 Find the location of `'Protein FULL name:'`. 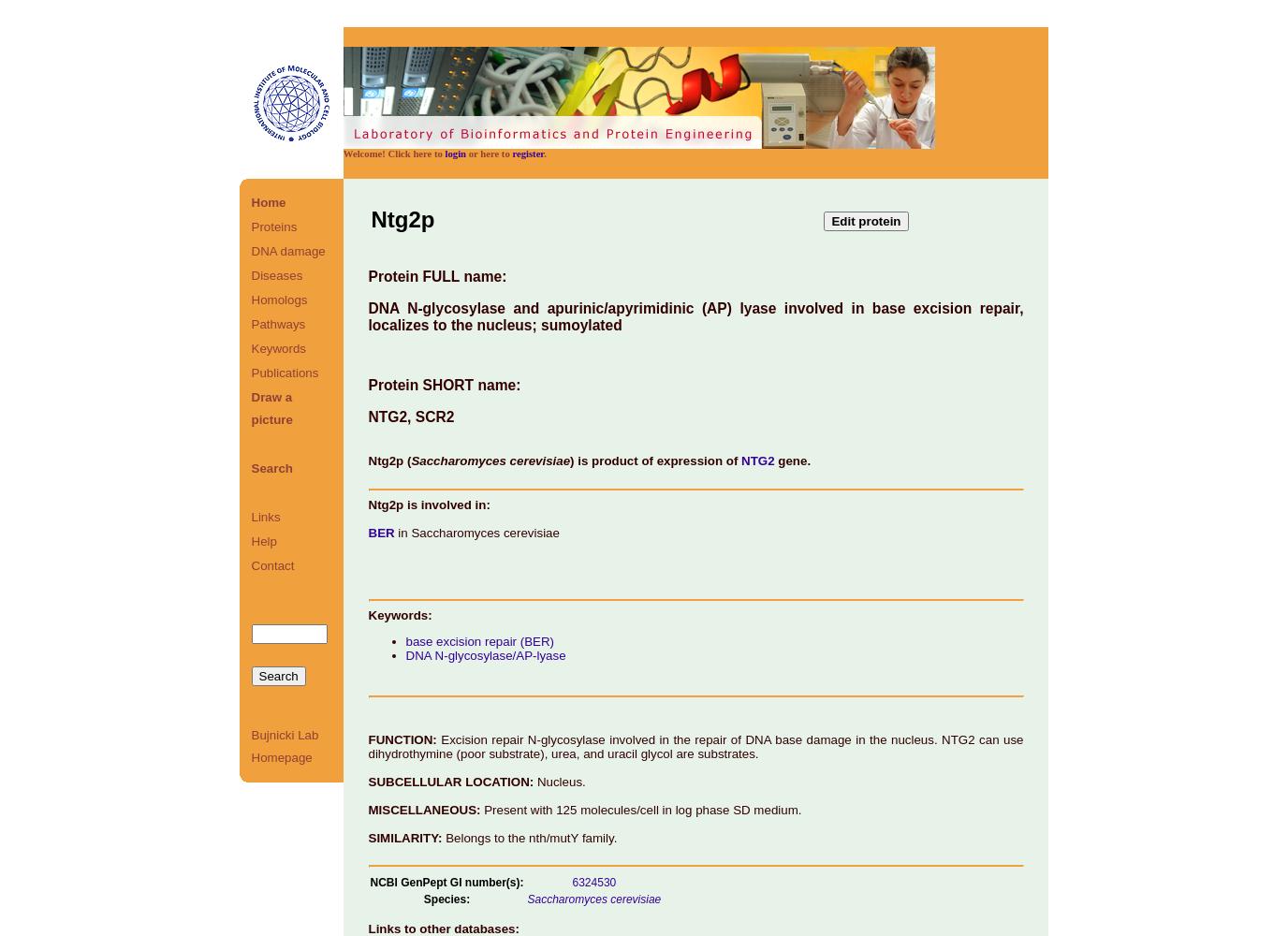

'Protein FULL name:' is located at coordinates (366, 276).